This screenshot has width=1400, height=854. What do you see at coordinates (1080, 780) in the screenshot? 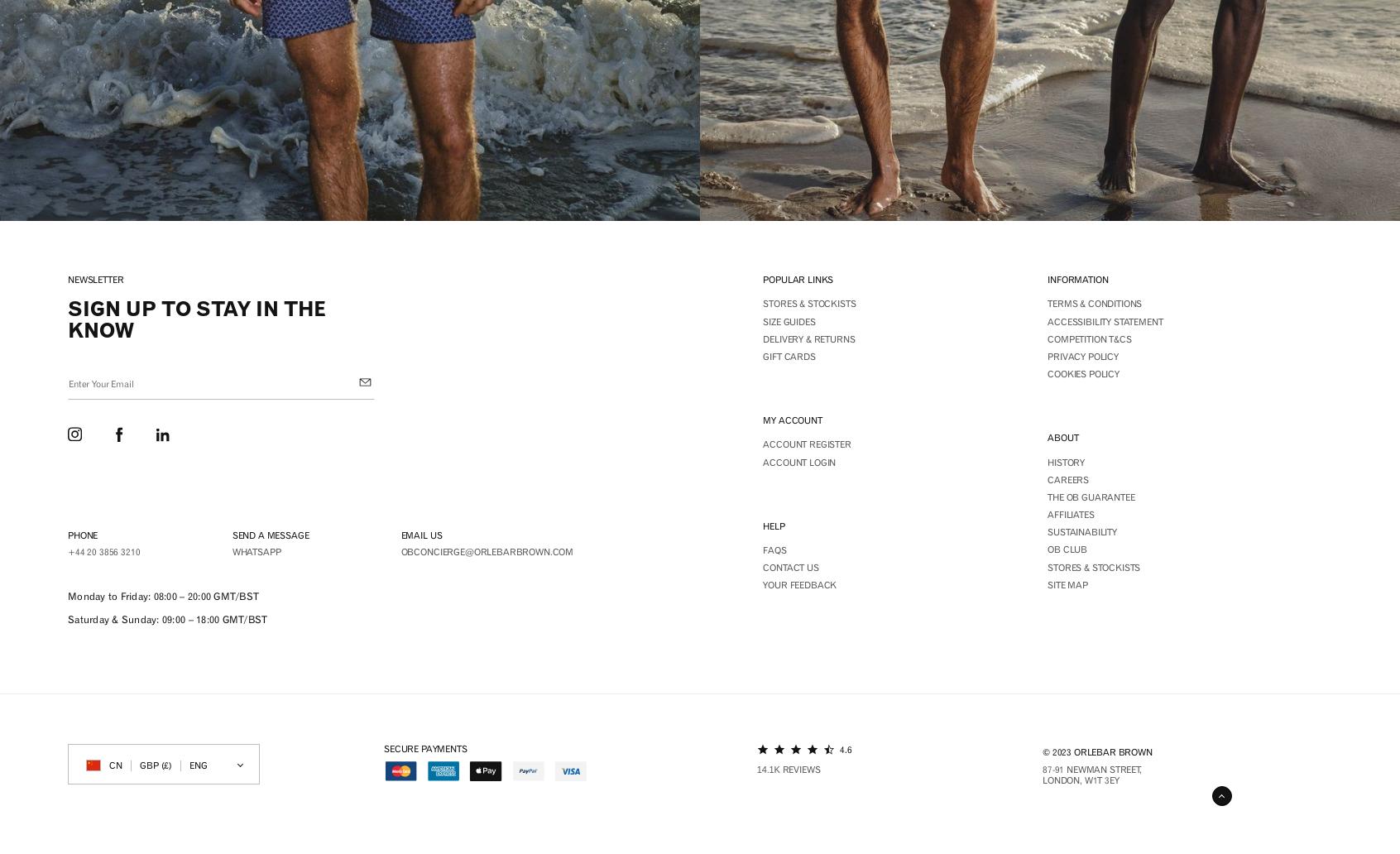
I see `'London, W1T 3EY'` at bounding box center [1080, 780].